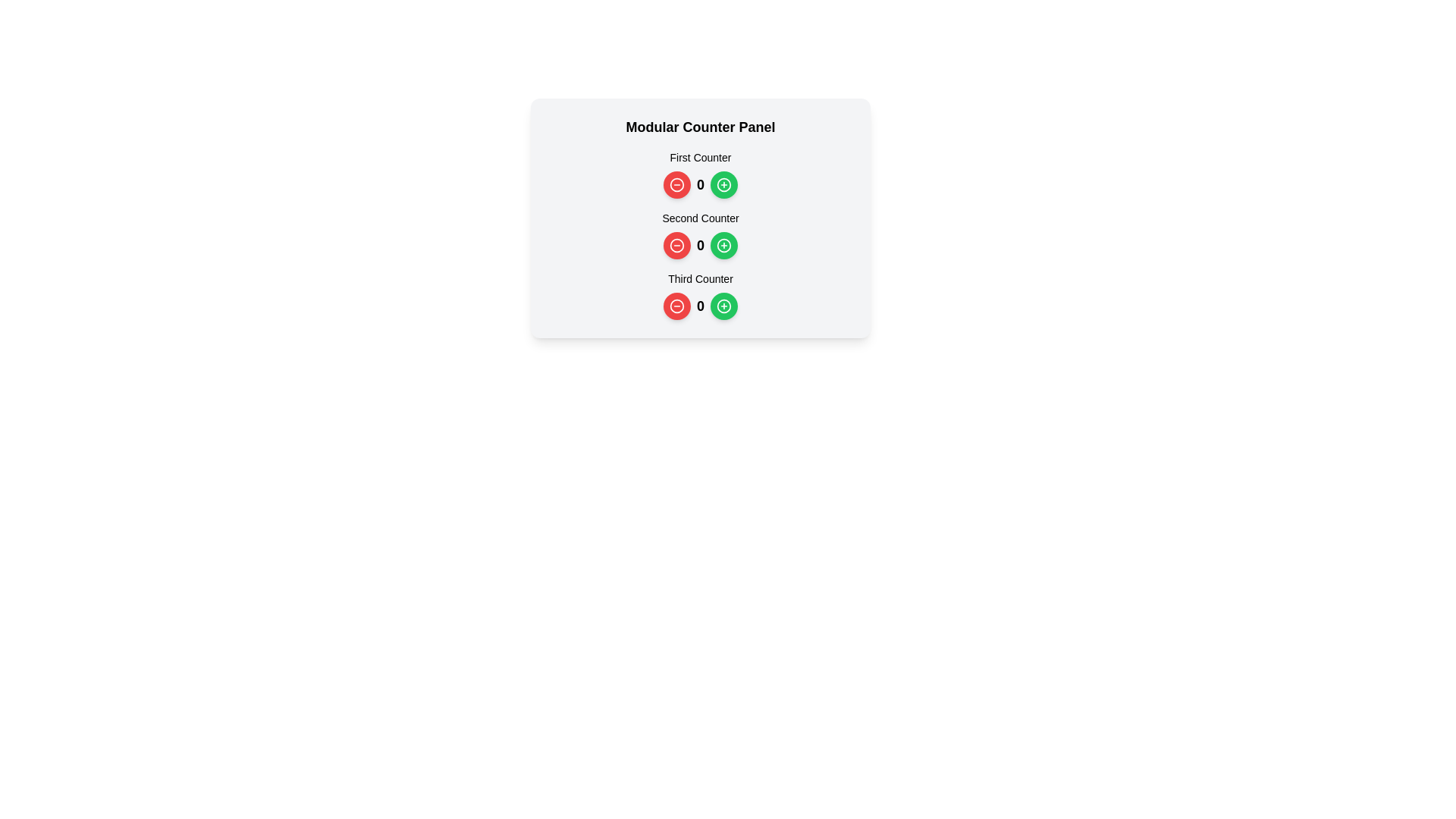  I want to click on the circular red outlined button with a minus symbol located in the 'First Counter' row to decrement the count, so click(676, 184).